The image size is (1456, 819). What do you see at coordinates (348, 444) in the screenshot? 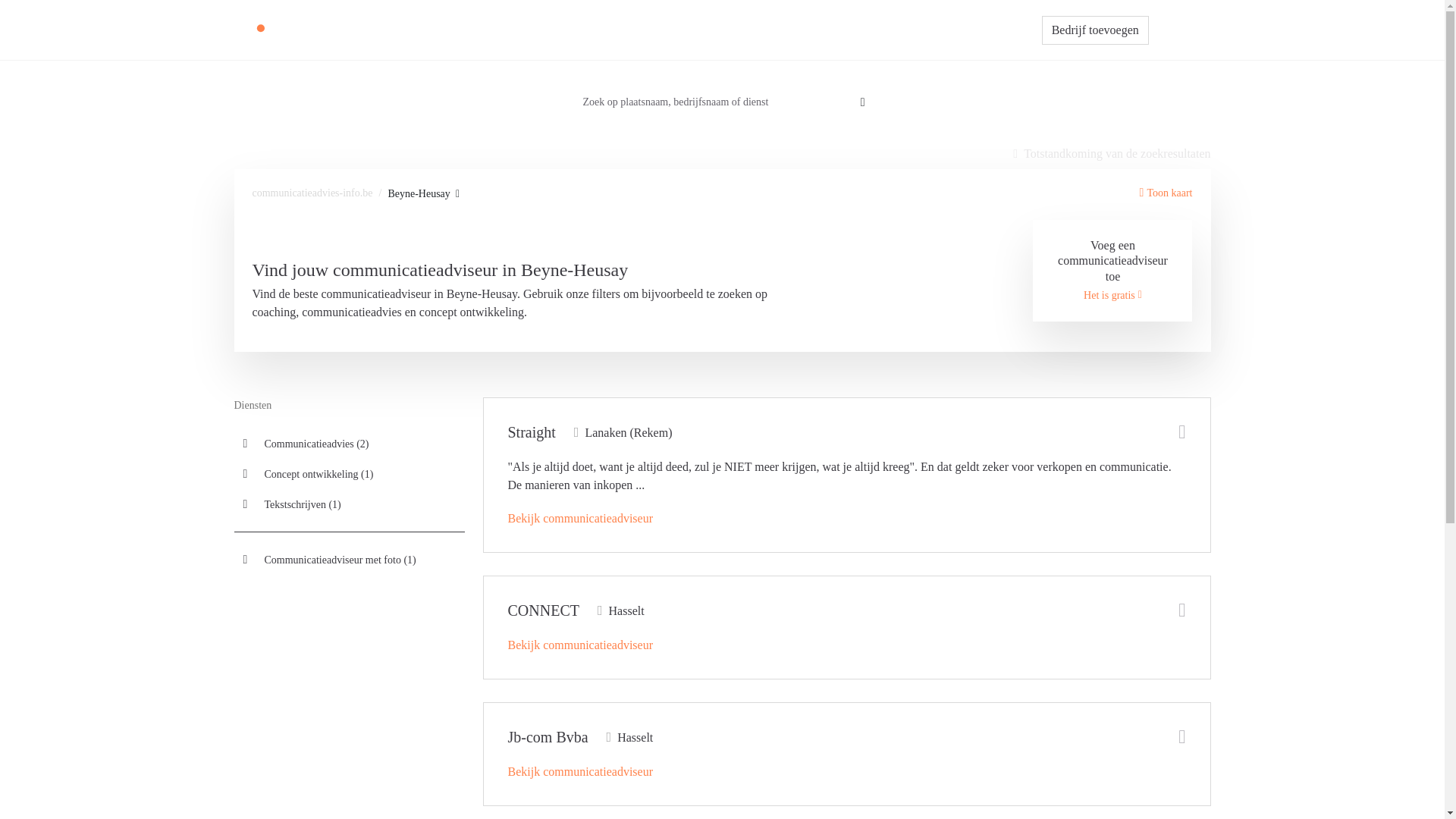
I see `'Communicatieadvies (2)'` at bounding box center [348, 444].